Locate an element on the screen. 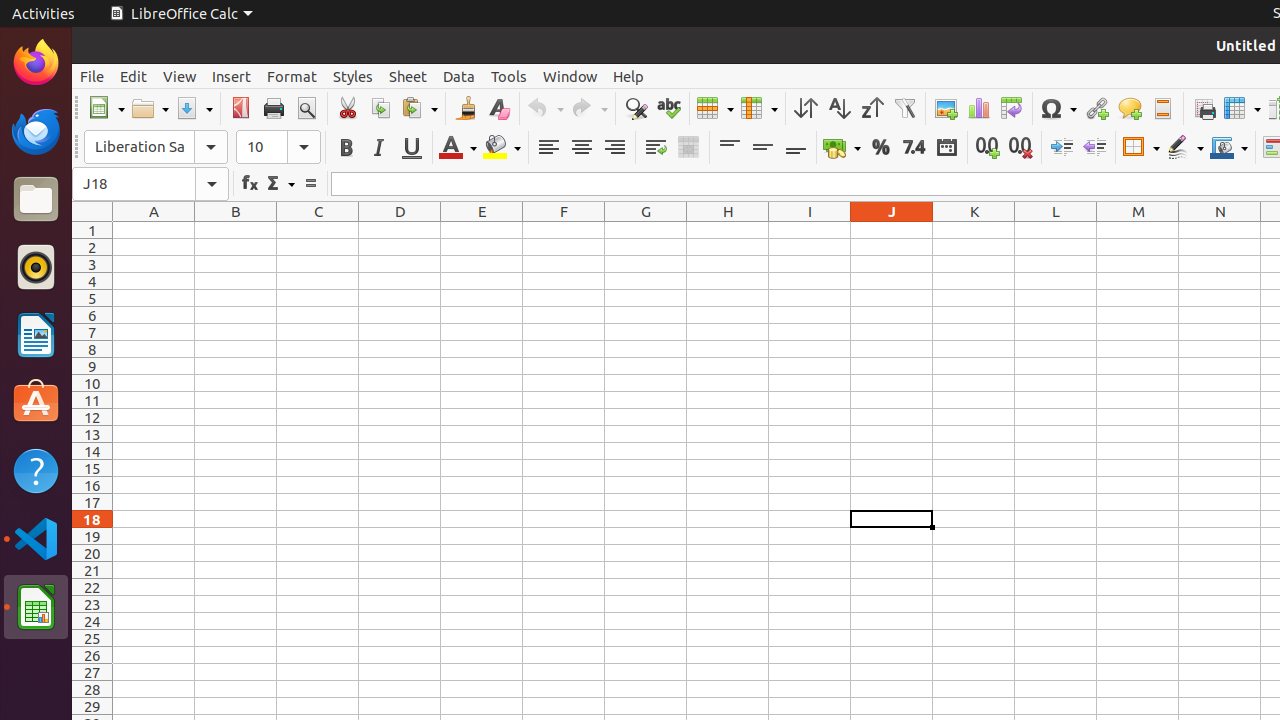  'Data' is located at coordinates (458, 75).